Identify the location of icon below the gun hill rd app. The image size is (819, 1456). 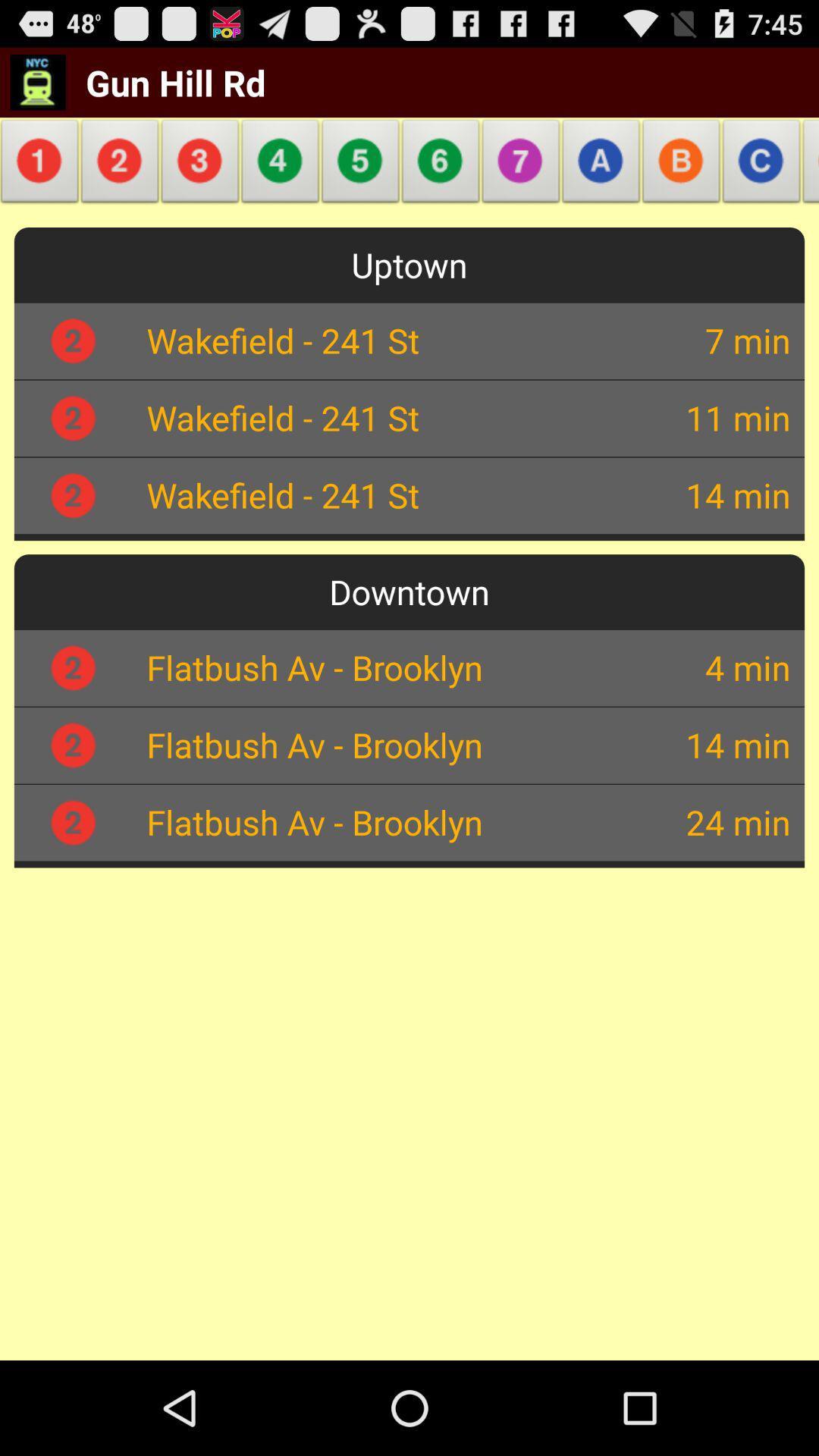
(119, 165).